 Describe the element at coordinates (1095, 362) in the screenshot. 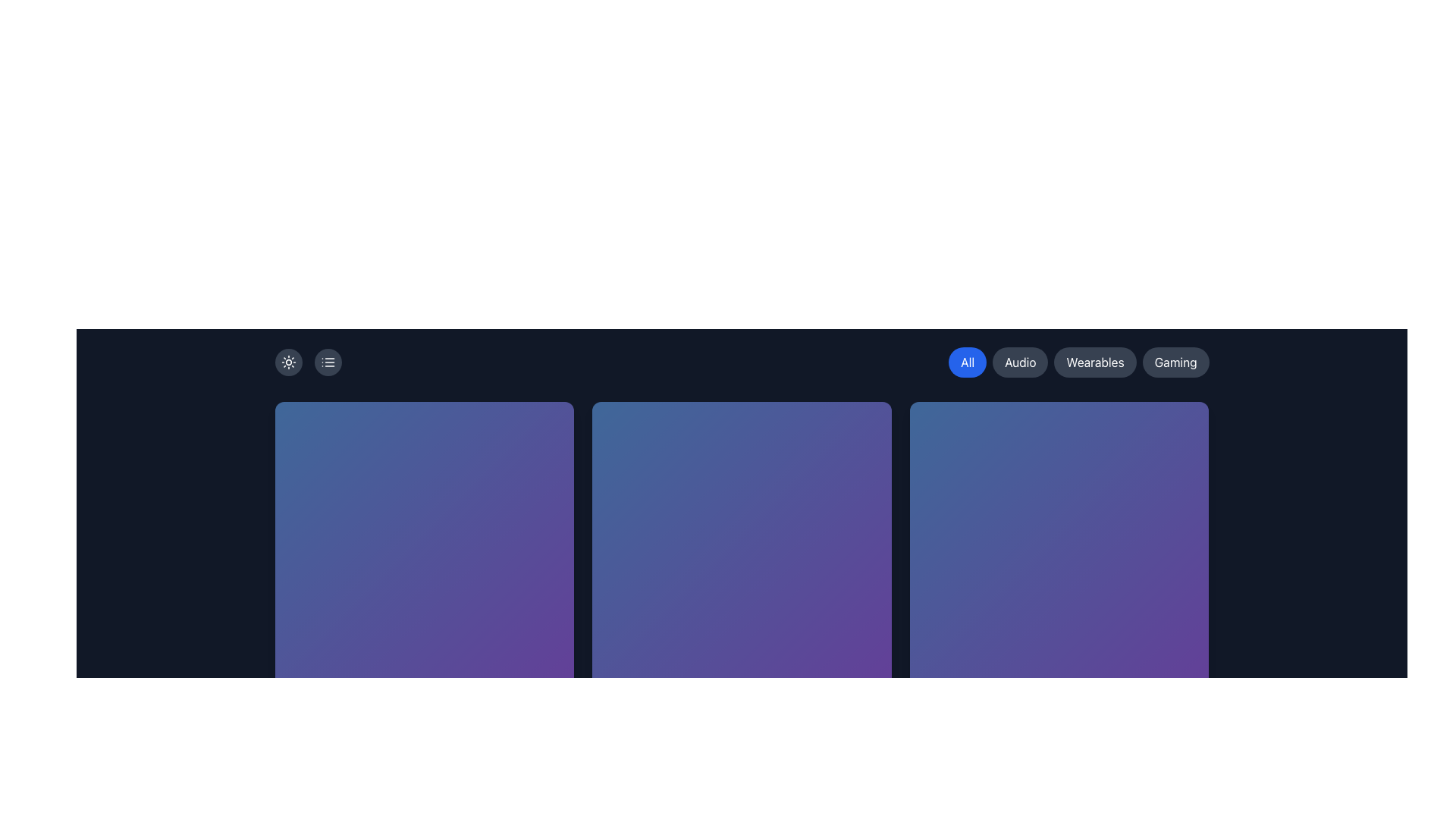

I see `the 'Wearables' button, which is the third button in a horizontal list` at that location.